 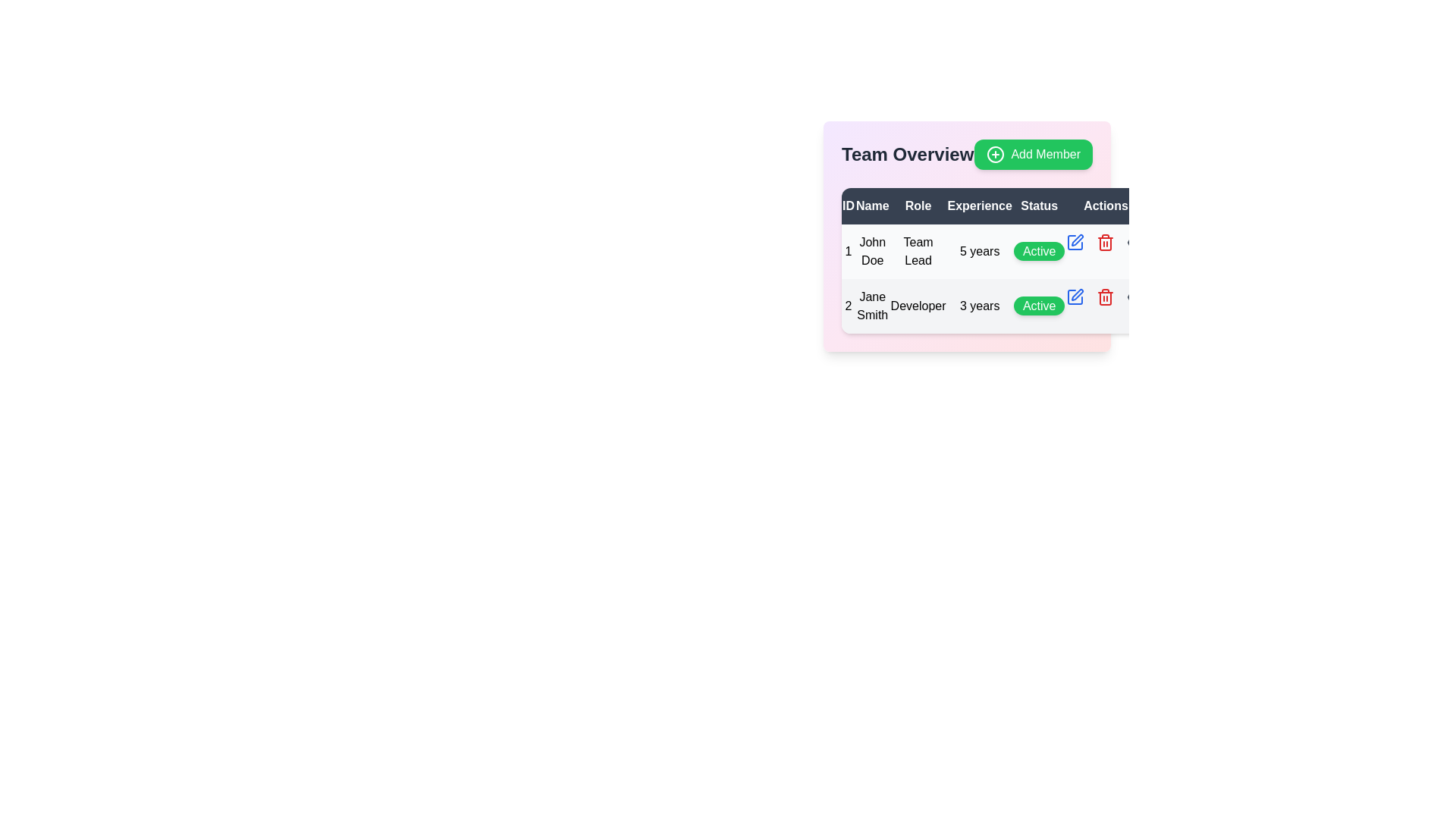 What do you see at coordinates (980, 250) in the screenshot?
I see `the non-interactive text display element that shows the experience duration for 'John Doe' in the 'Experience' column of the table` at bounding box center [980, 250].